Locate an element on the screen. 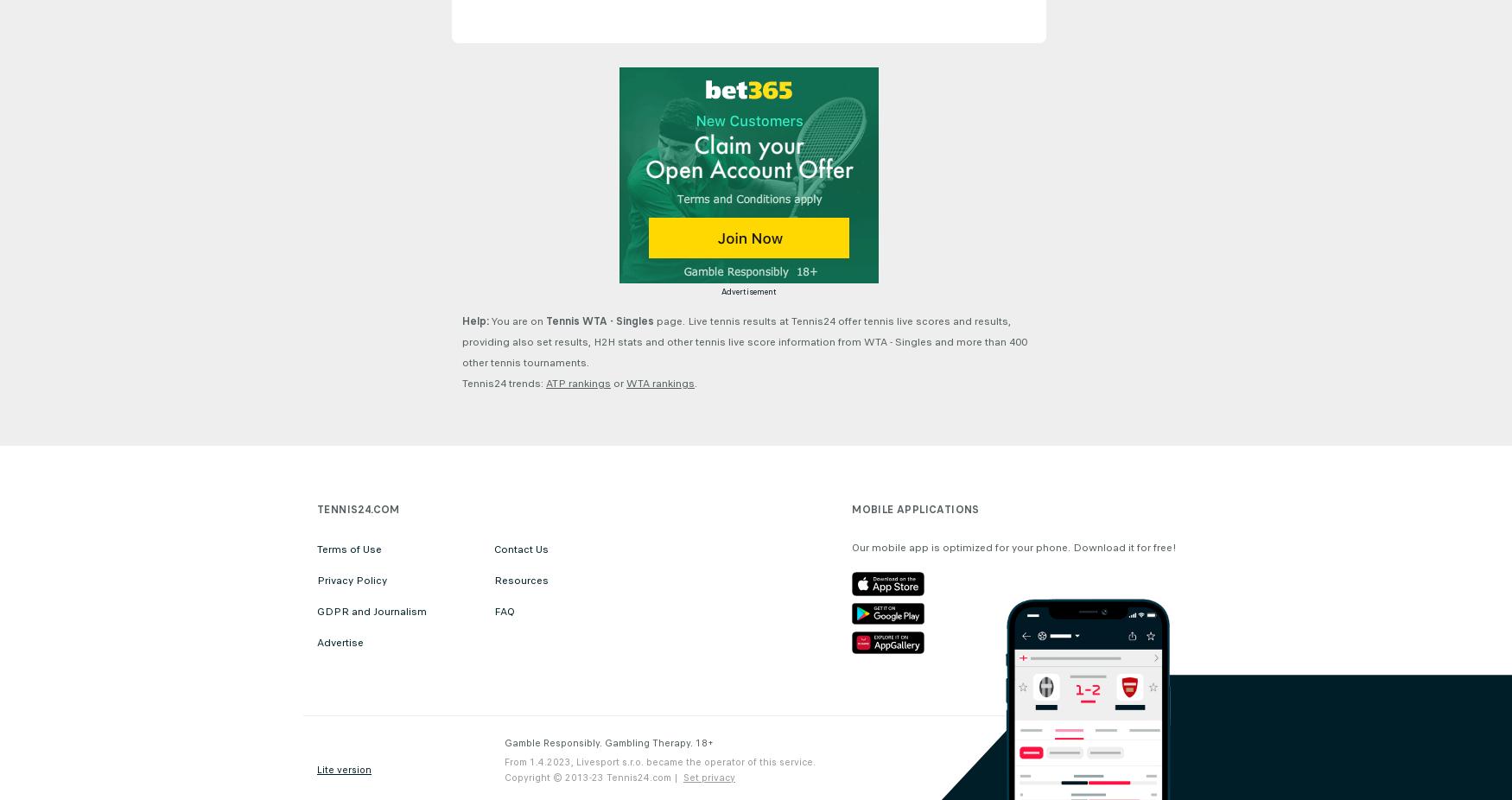 This screenshot has height=800, width=1512. 'Lite version' is located at coordinates (343, 769).